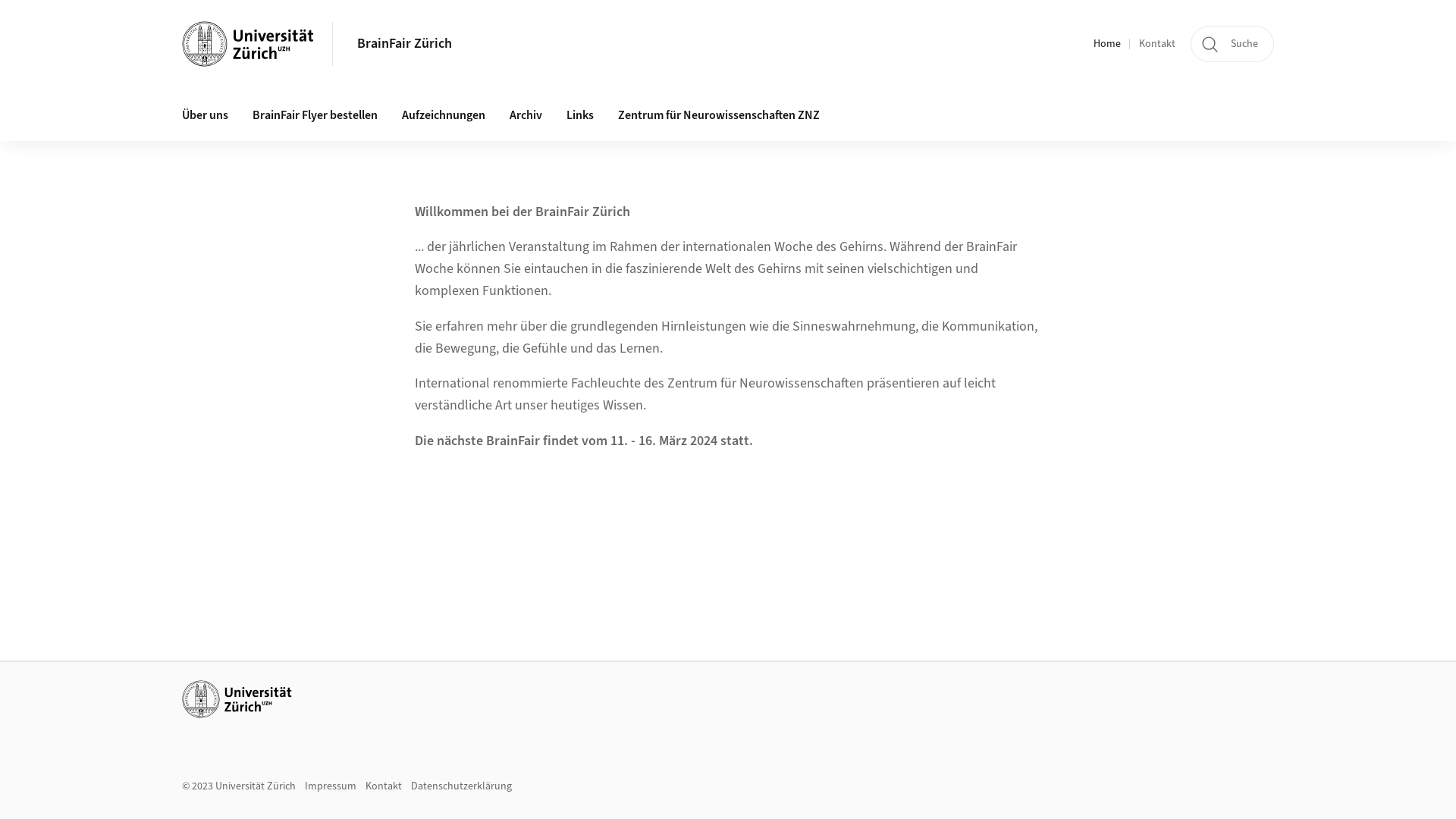 The height and width of the screenshot is (819, 1456). Describe the element at coordinates (314, 115) in the screenshot. I see `'BrainFair Flyer bestellen'` at that location.